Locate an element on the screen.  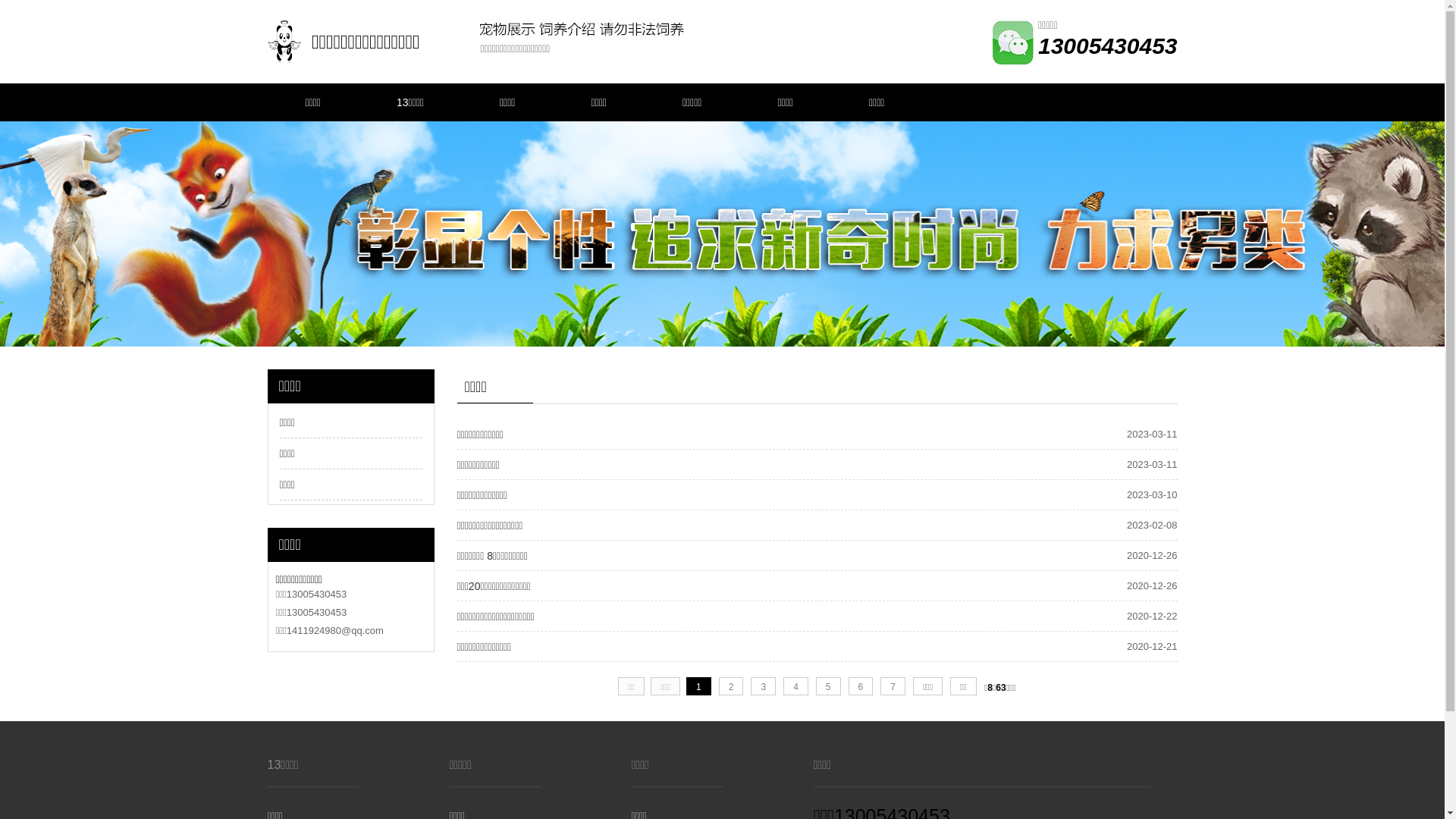
'1' is located at coordinates (698, 686).